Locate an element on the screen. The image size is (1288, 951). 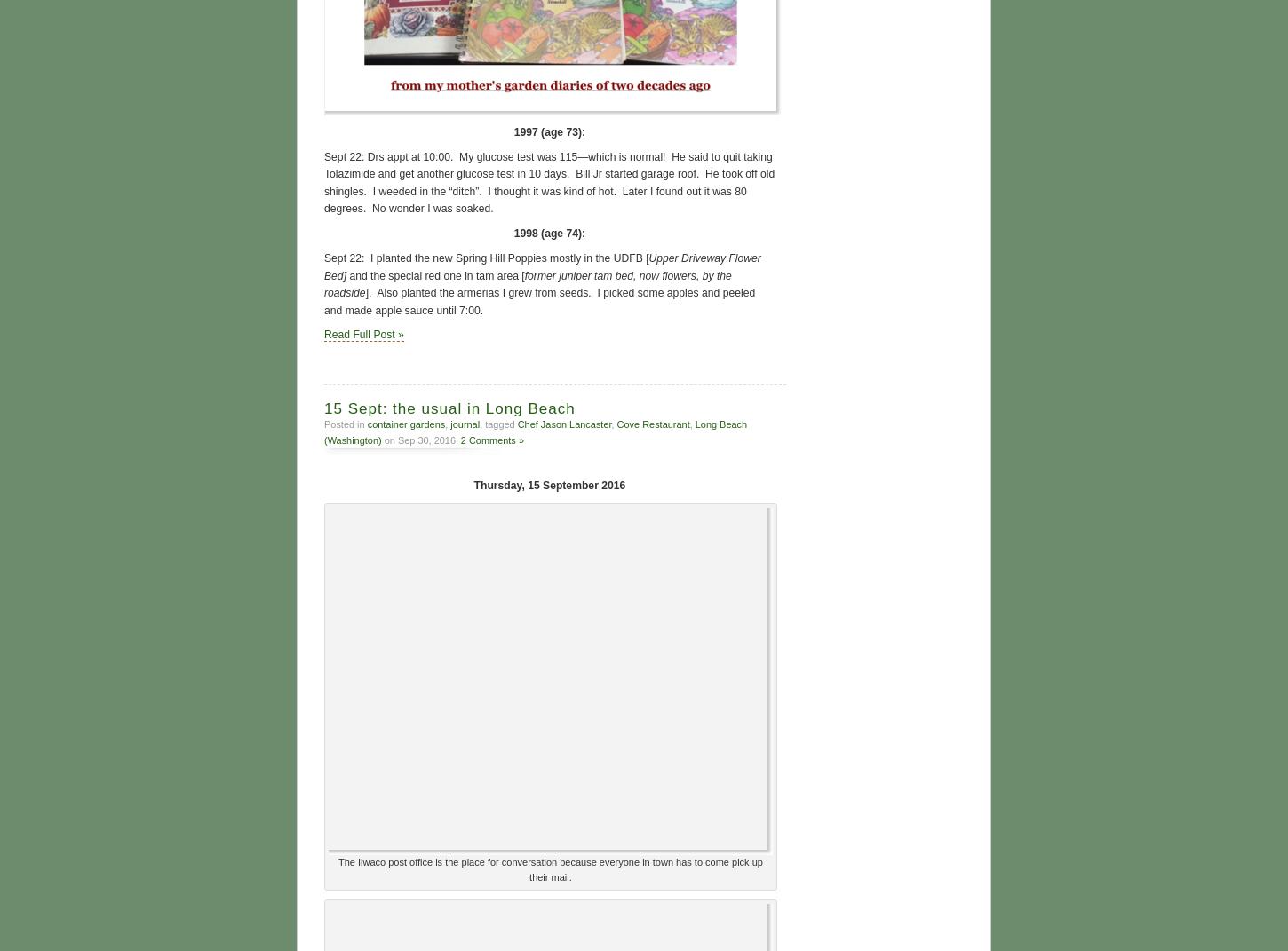
'The Ilwaco post office is the place for conversation because everyone in town has to come pick up their mail.' is located at coordinates (549, 867).